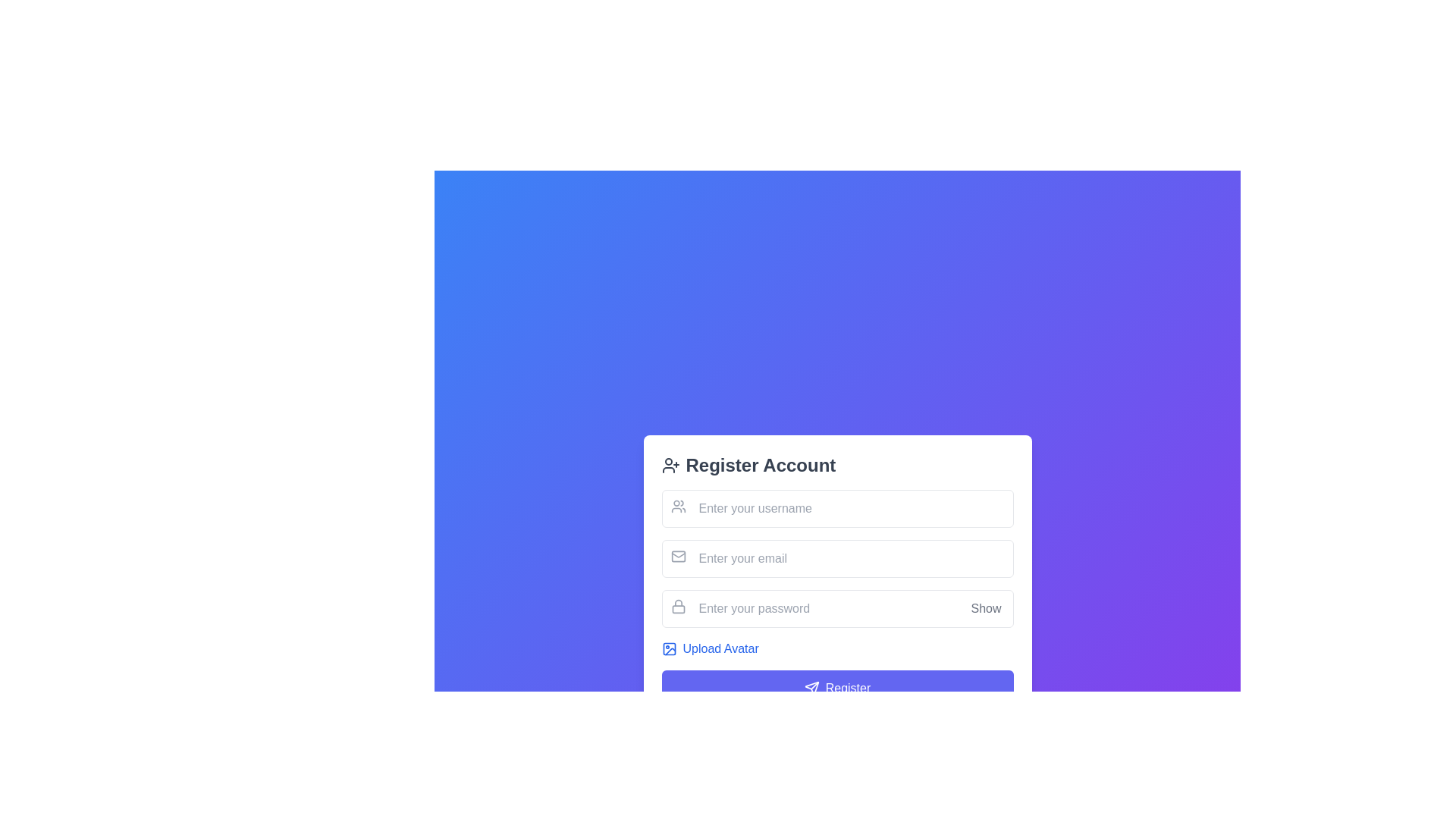 This screenshot has height=819, width=1456. What do you see at coordinates (677, 556) in the screenshot?
I see `the envelope SVG icon styled with a stroke and no fill, located inside the email input field near the 'Enter your email' label` at bounding box center [677, 556].